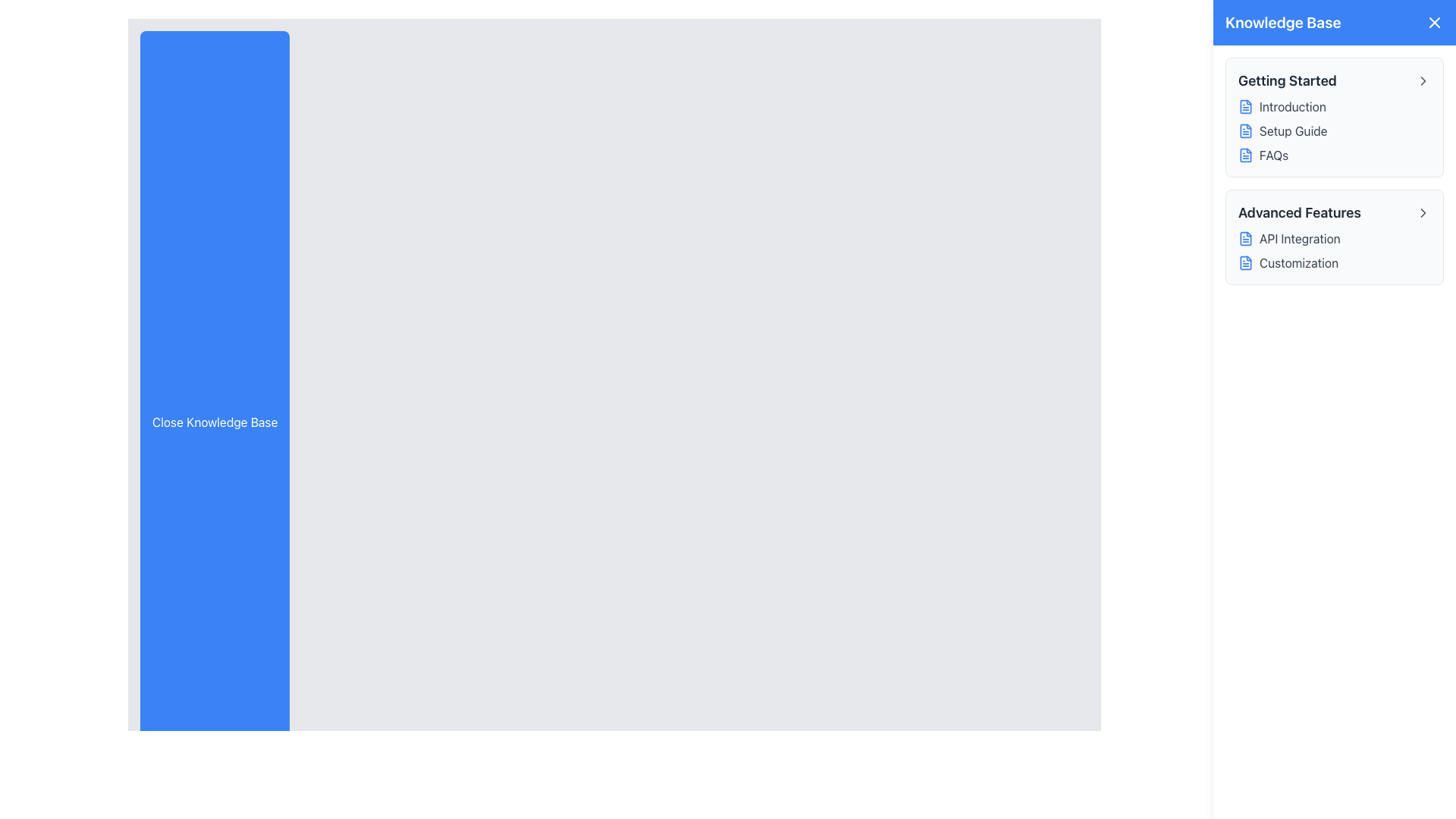  What do you see at coordinates (1335, 239) in the screenshot?
I see `the 'API Integration' label with a blue file icon located in the 'Advanced Features' section of the right panel` at bounding box center [1335, 239].